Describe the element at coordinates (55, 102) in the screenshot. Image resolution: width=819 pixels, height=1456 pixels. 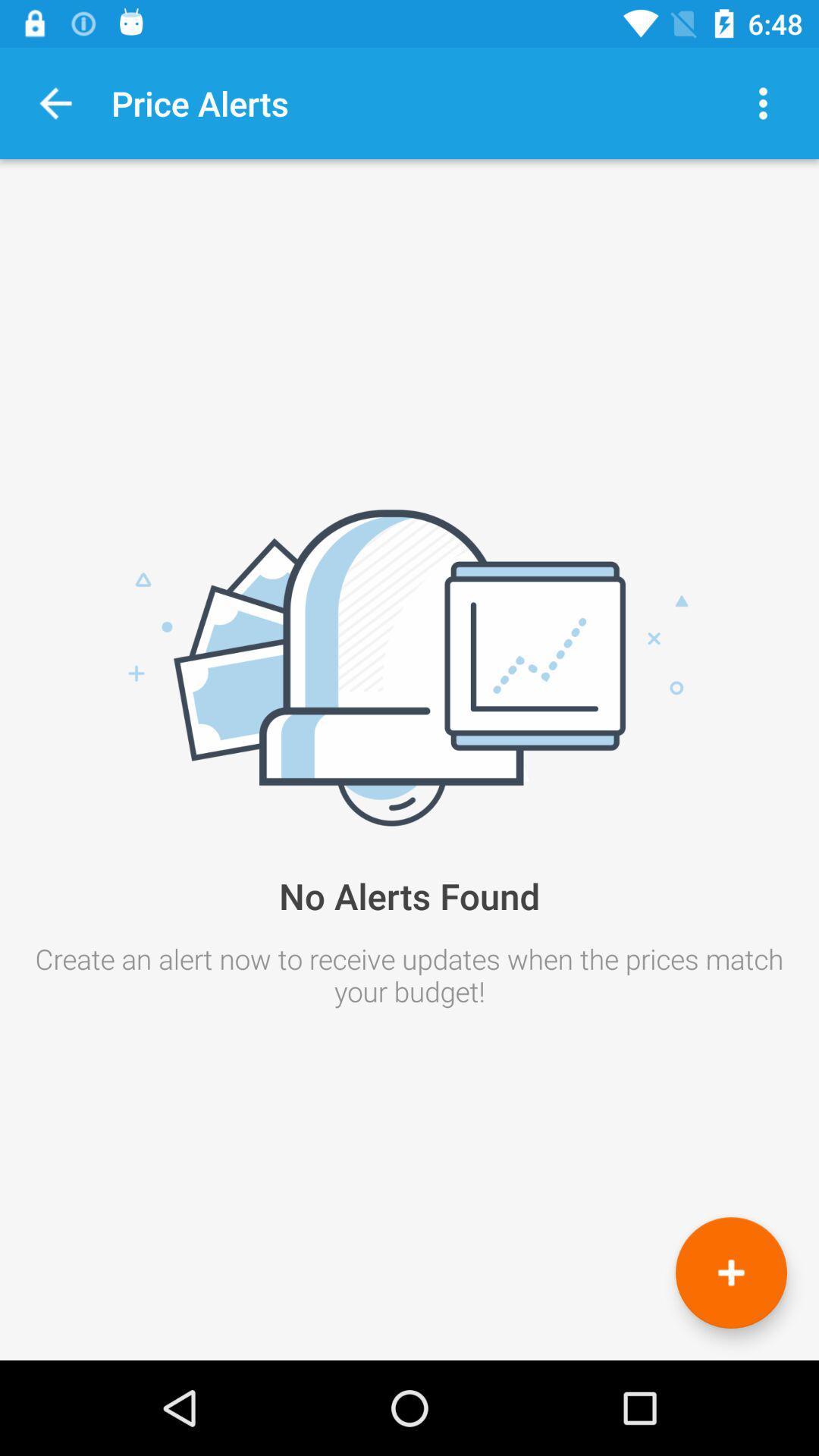
I see `the icon above no alerts found item` at that location.